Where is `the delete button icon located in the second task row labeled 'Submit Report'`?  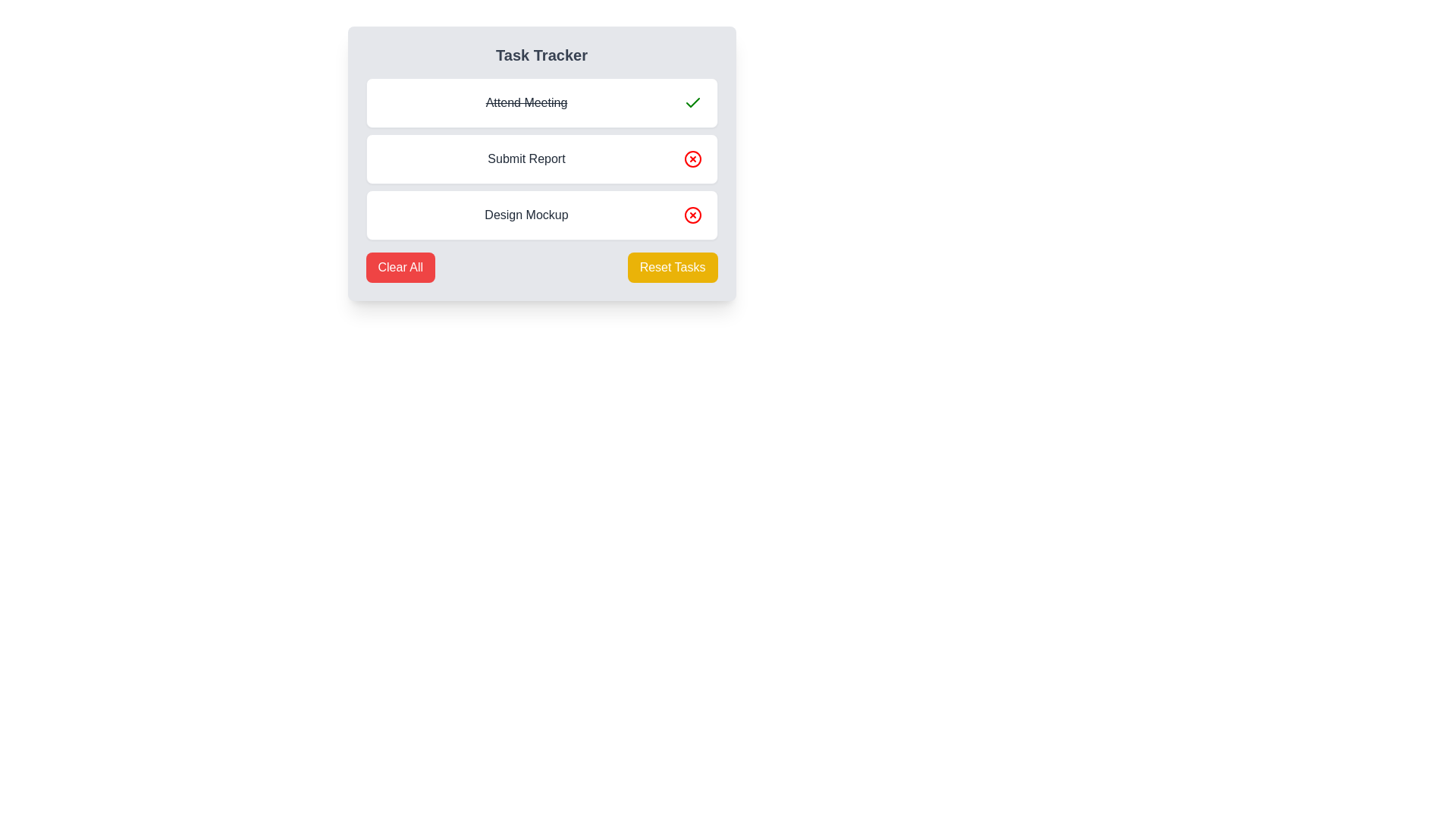
the delete button icon located in the second task row labeled 'Submit Report' is located at coordinates (692, 158).